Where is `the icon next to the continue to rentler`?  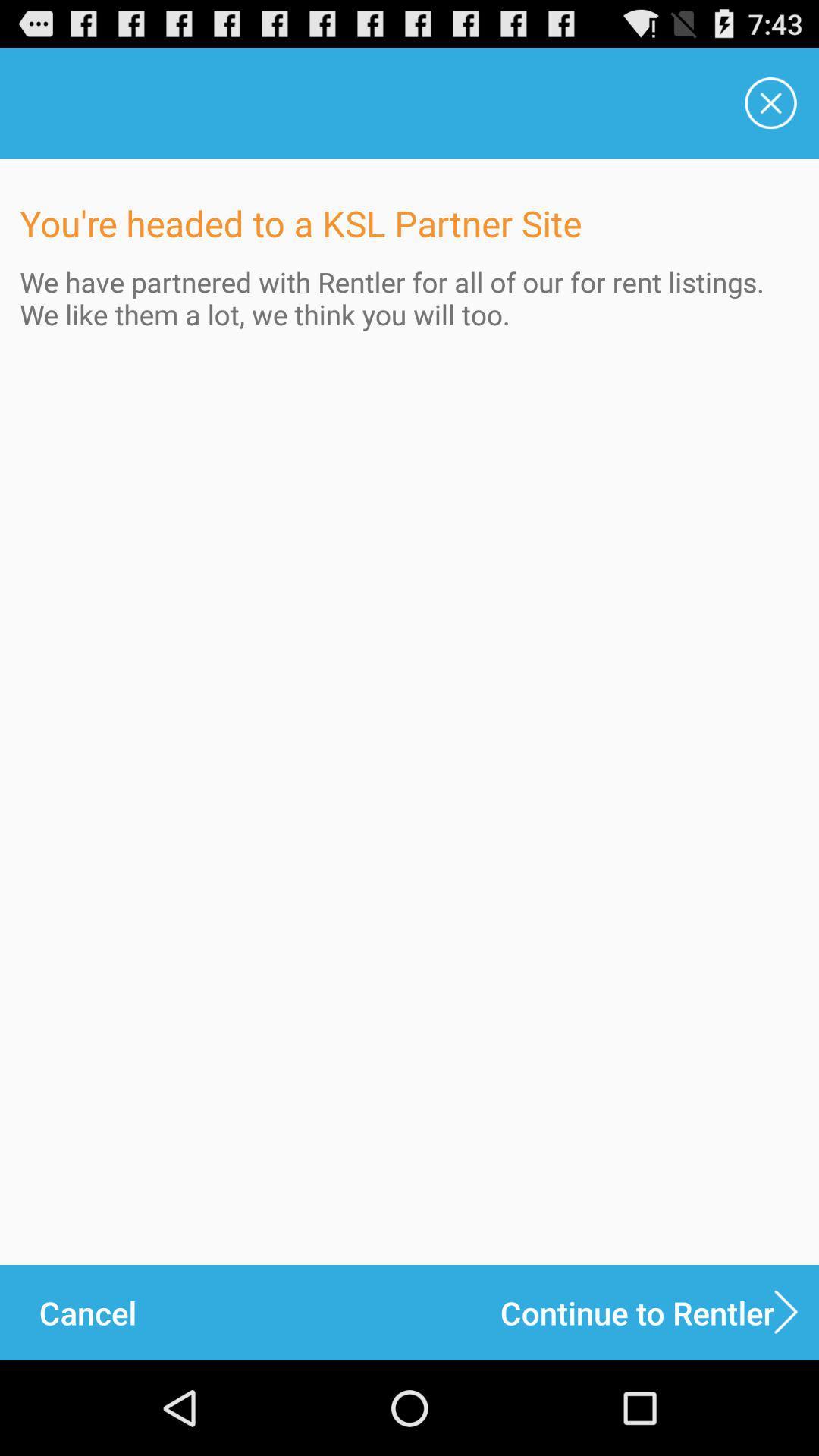
the icon next to the continue to rentler is located at coordinates (87, 1312).